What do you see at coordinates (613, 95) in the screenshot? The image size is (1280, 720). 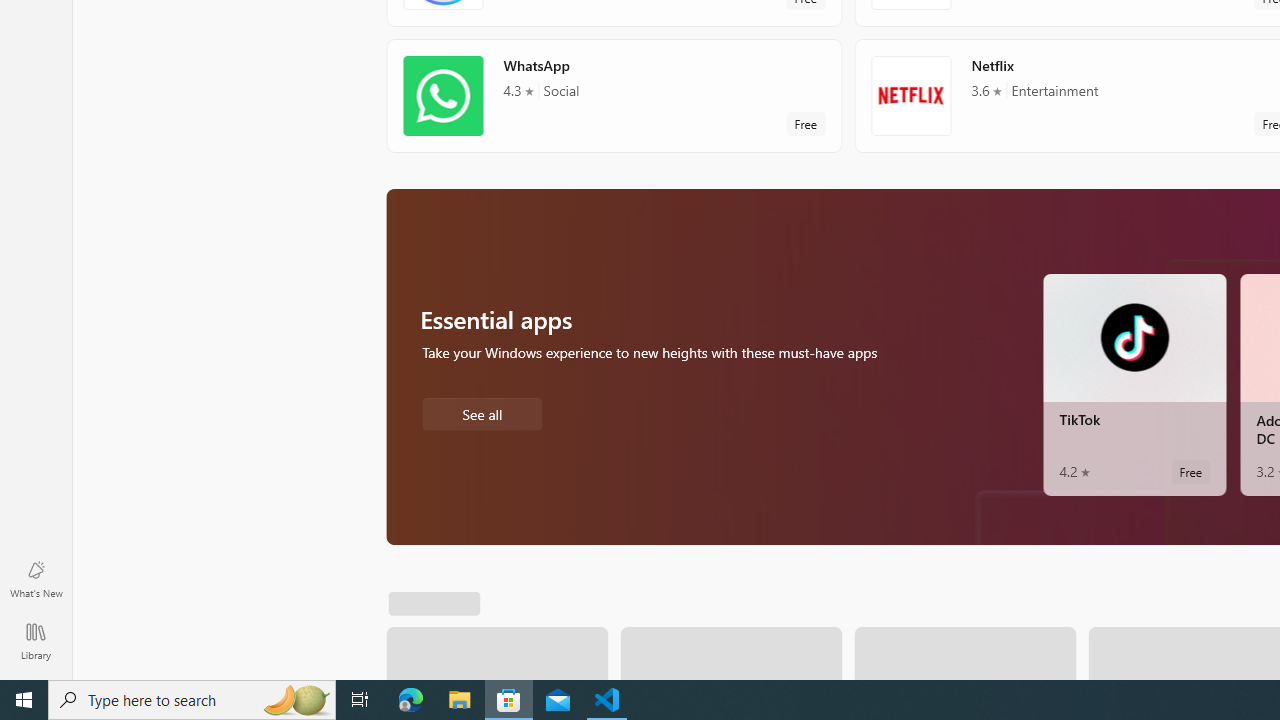 I see `'WhatsApp. Average rating of 4.3 out of five stars. Free  '` at bounding box center [613, 95].